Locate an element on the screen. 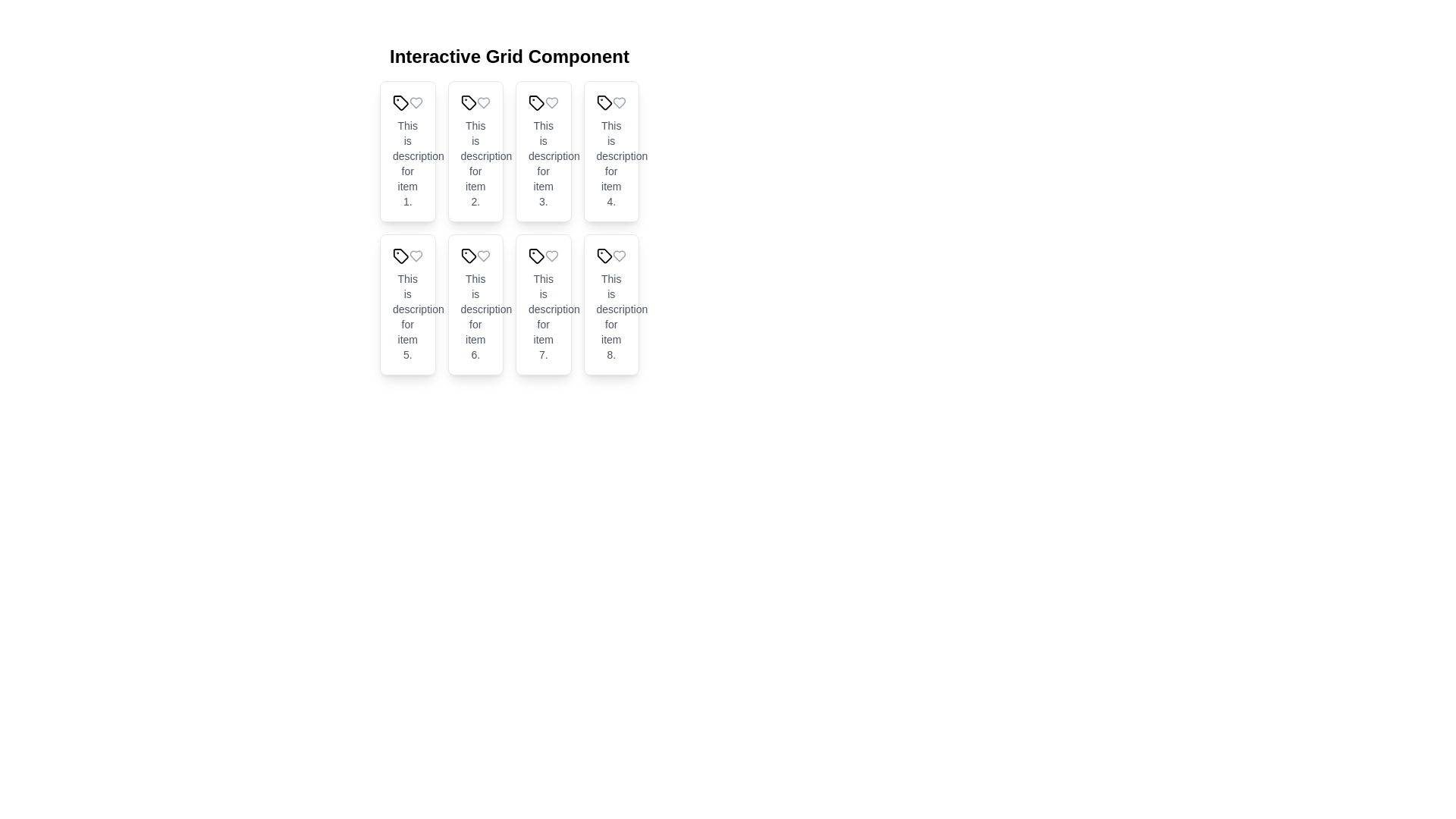 The width and height of the screenshot is (1456, 819). the heart-shaped button icon located at the top-right corner of the third tile in a grid of eight tiles, outlined in light gray with a transparent center is located at coordinates (551, 102).